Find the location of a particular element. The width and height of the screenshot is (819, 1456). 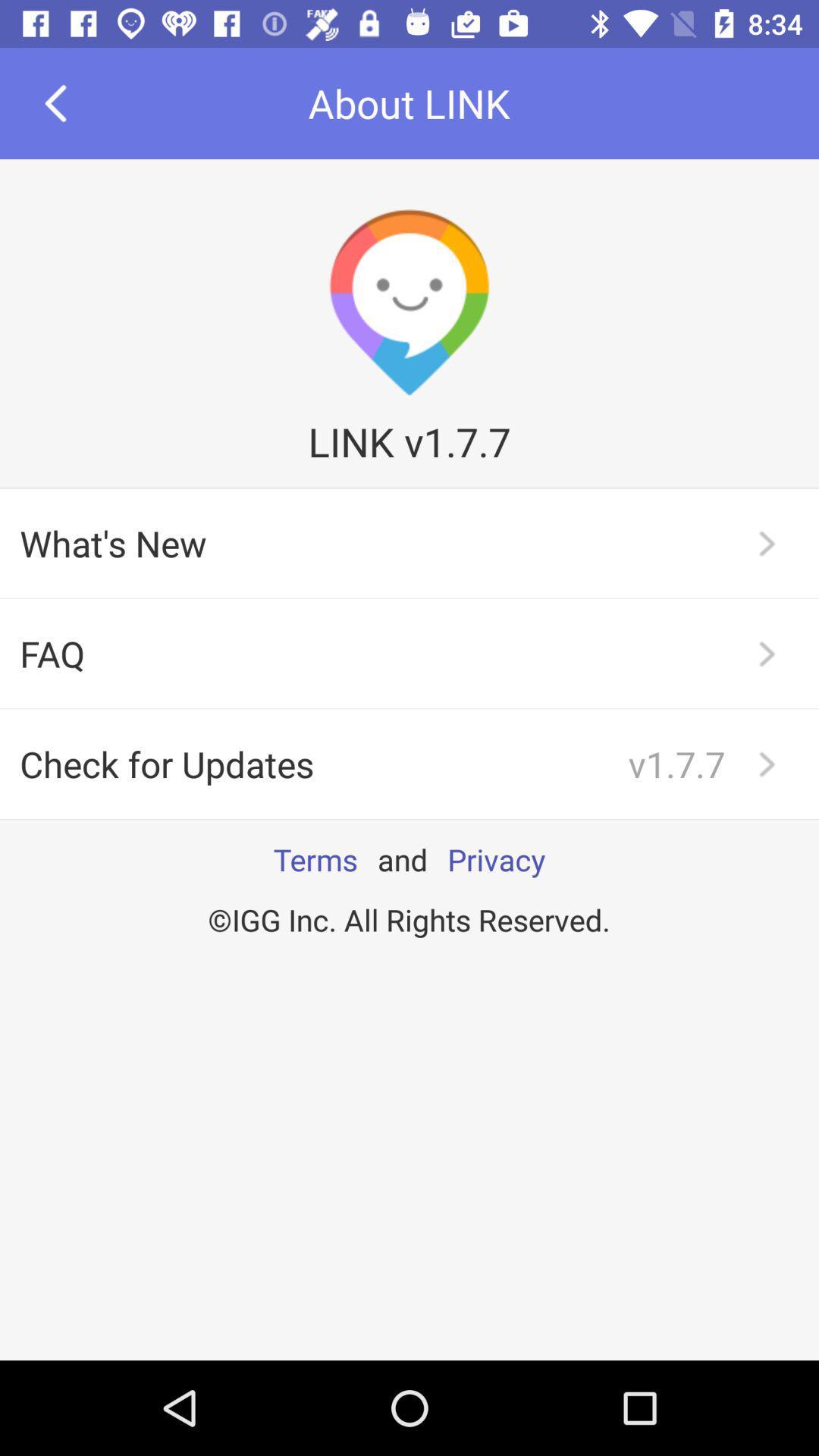

the privacy item is located at coordinates (496, 859).